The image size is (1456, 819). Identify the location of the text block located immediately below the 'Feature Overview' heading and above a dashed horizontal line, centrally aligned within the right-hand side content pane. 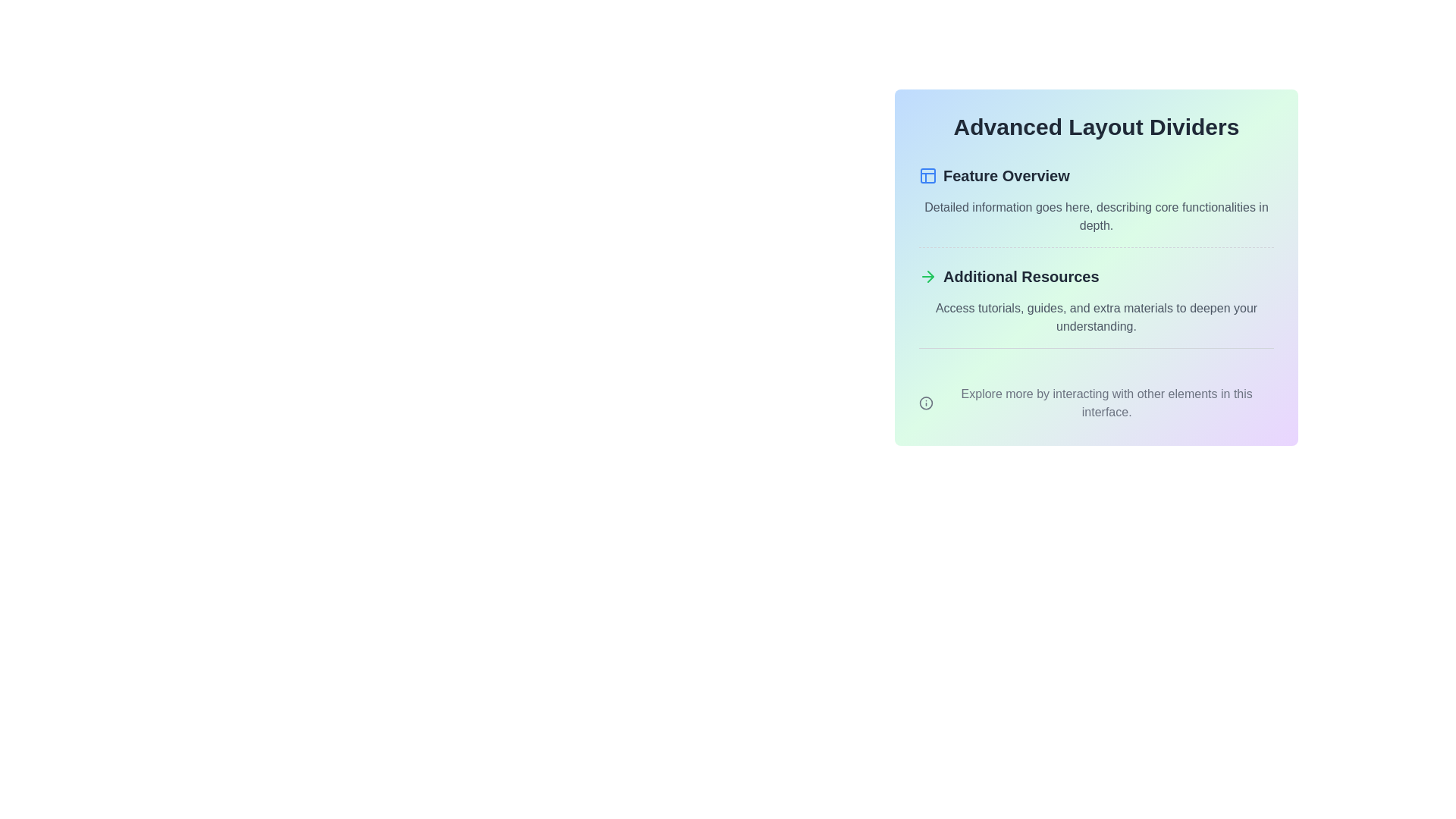
(1096, 216).